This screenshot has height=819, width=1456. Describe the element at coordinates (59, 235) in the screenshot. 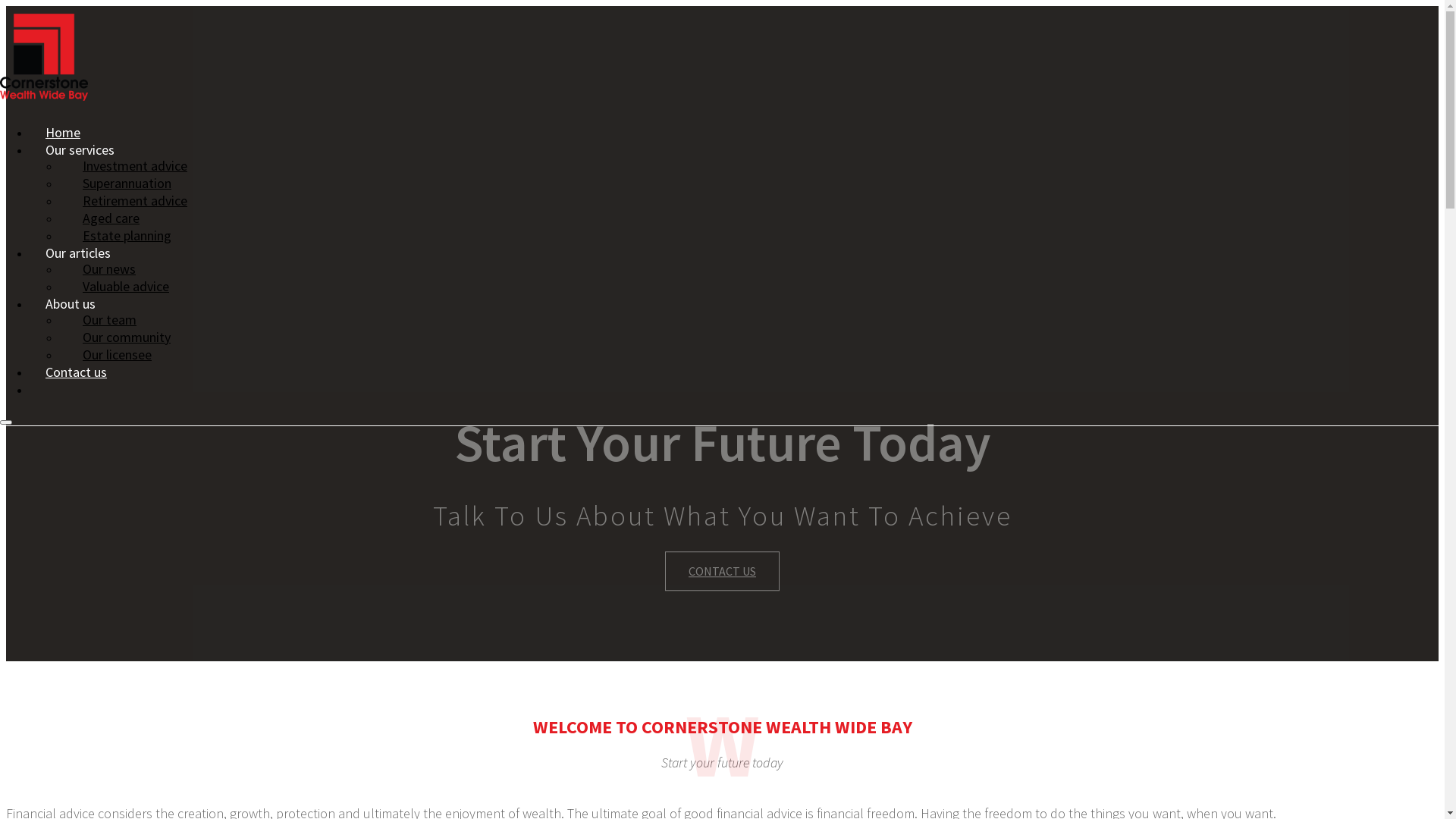

I see `'Estate planning'` at that location.